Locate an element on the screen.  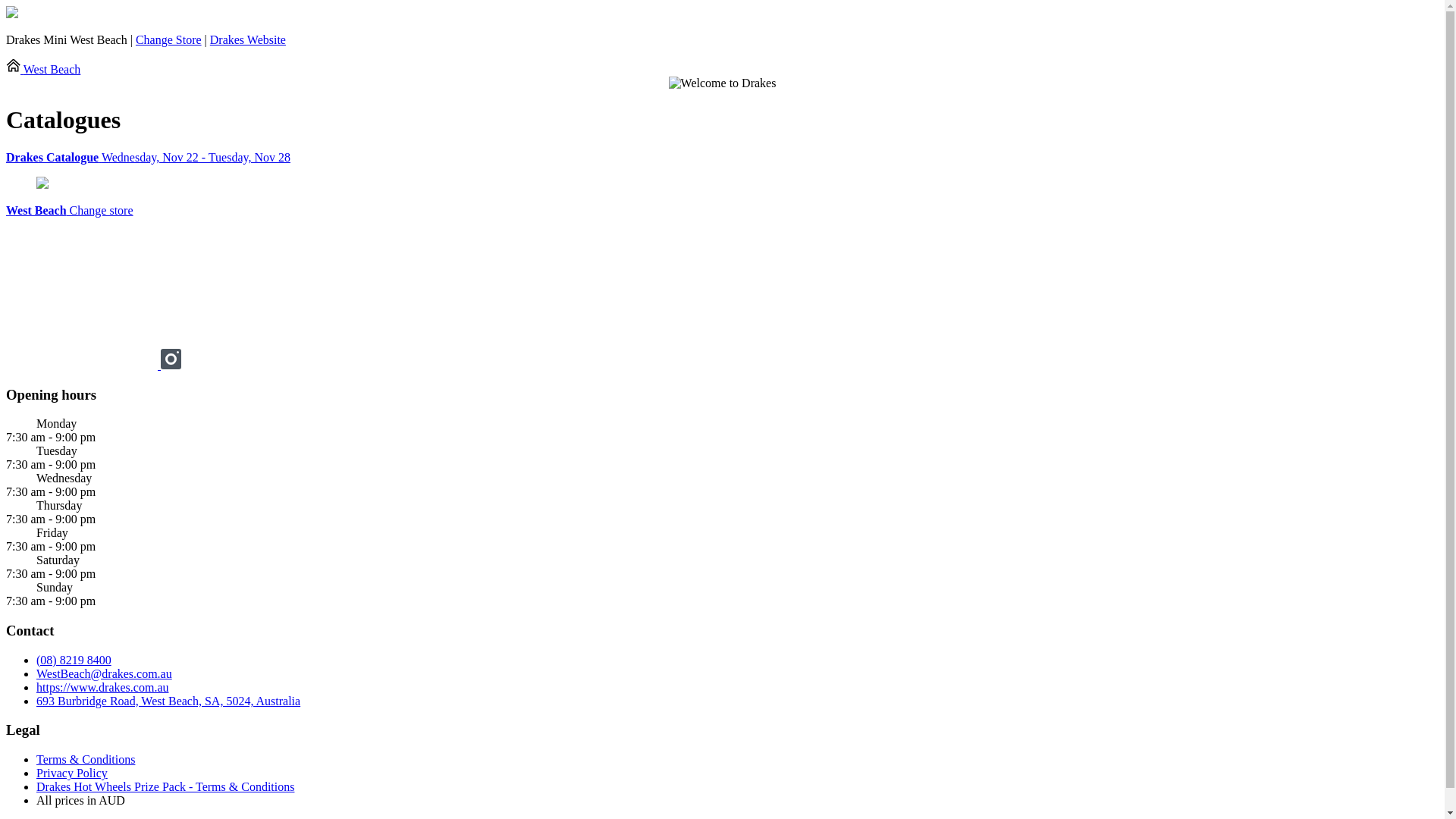
'693 Burbridge Road, West Beach, SA, 5024, Australia' is located at coordinates (168, 701).